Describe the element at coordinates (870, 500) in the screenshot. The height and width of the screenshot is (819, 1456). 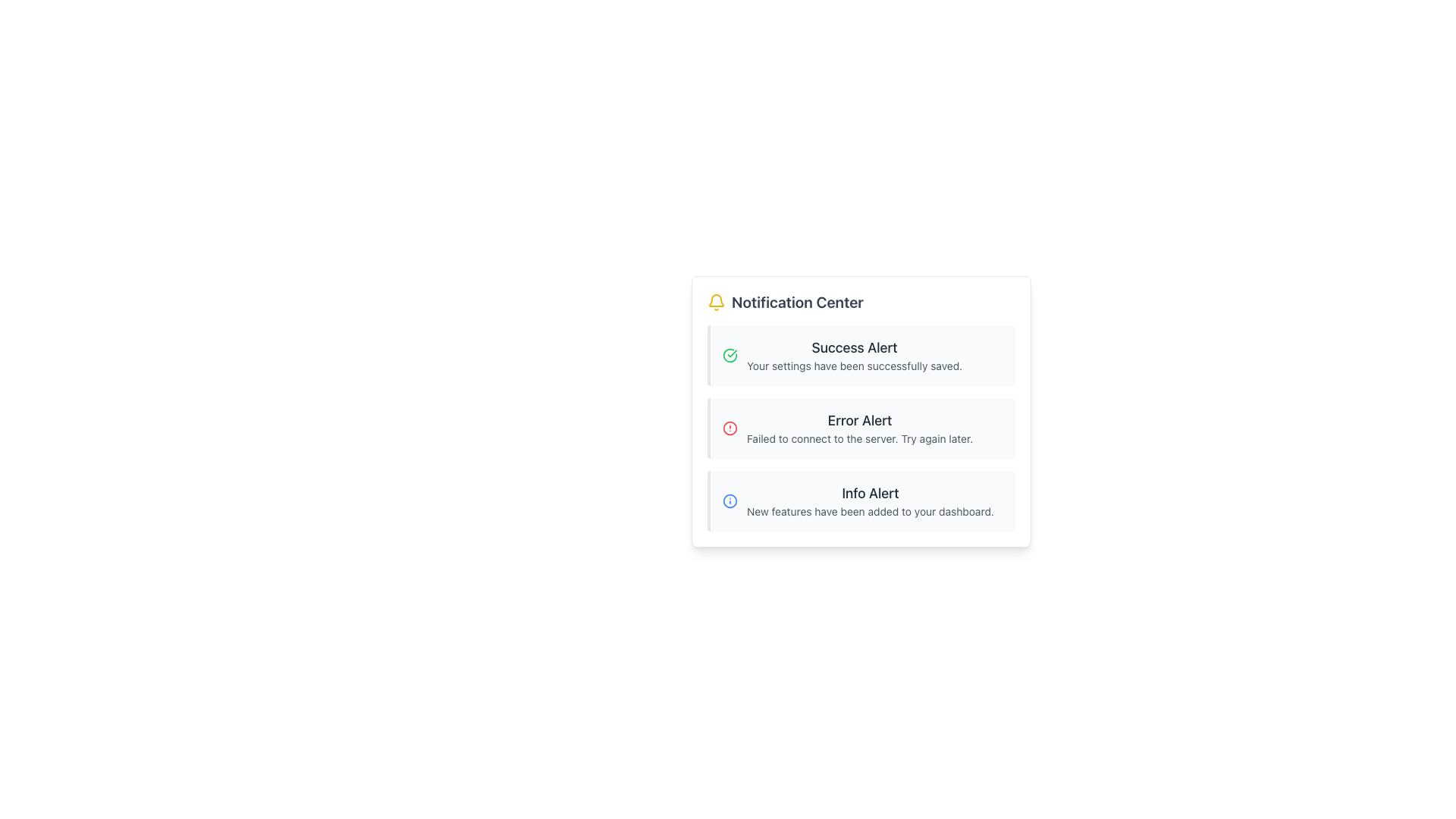
I see `the 'Info Alert' text-based notification in the Notification Center, which contains the title 'Info Alert' and explanatory text 'New features have been added to your dashboard.'` at that location.